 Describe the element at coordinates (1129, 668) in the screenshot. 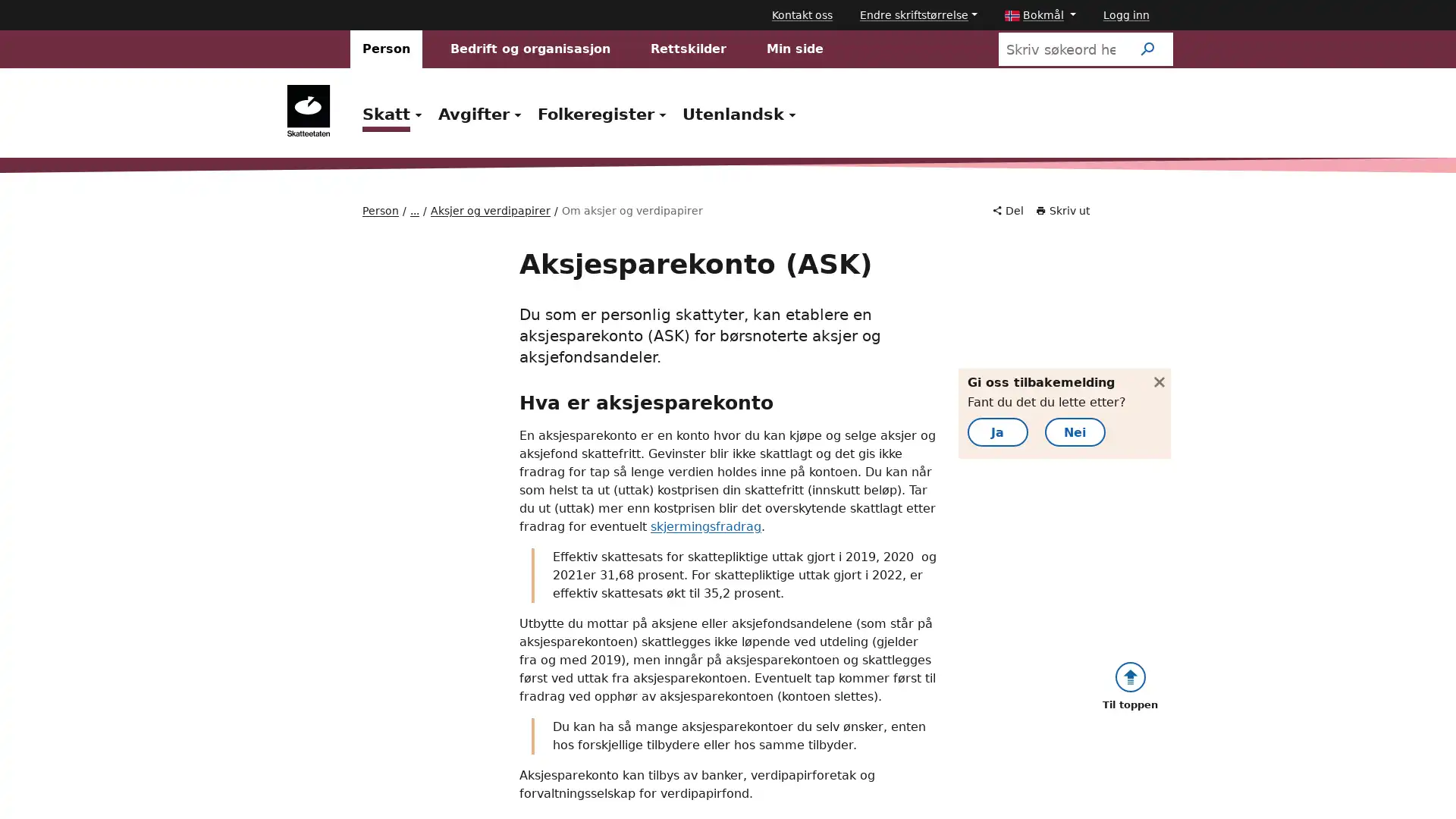

I see `Til toppen` at that location.